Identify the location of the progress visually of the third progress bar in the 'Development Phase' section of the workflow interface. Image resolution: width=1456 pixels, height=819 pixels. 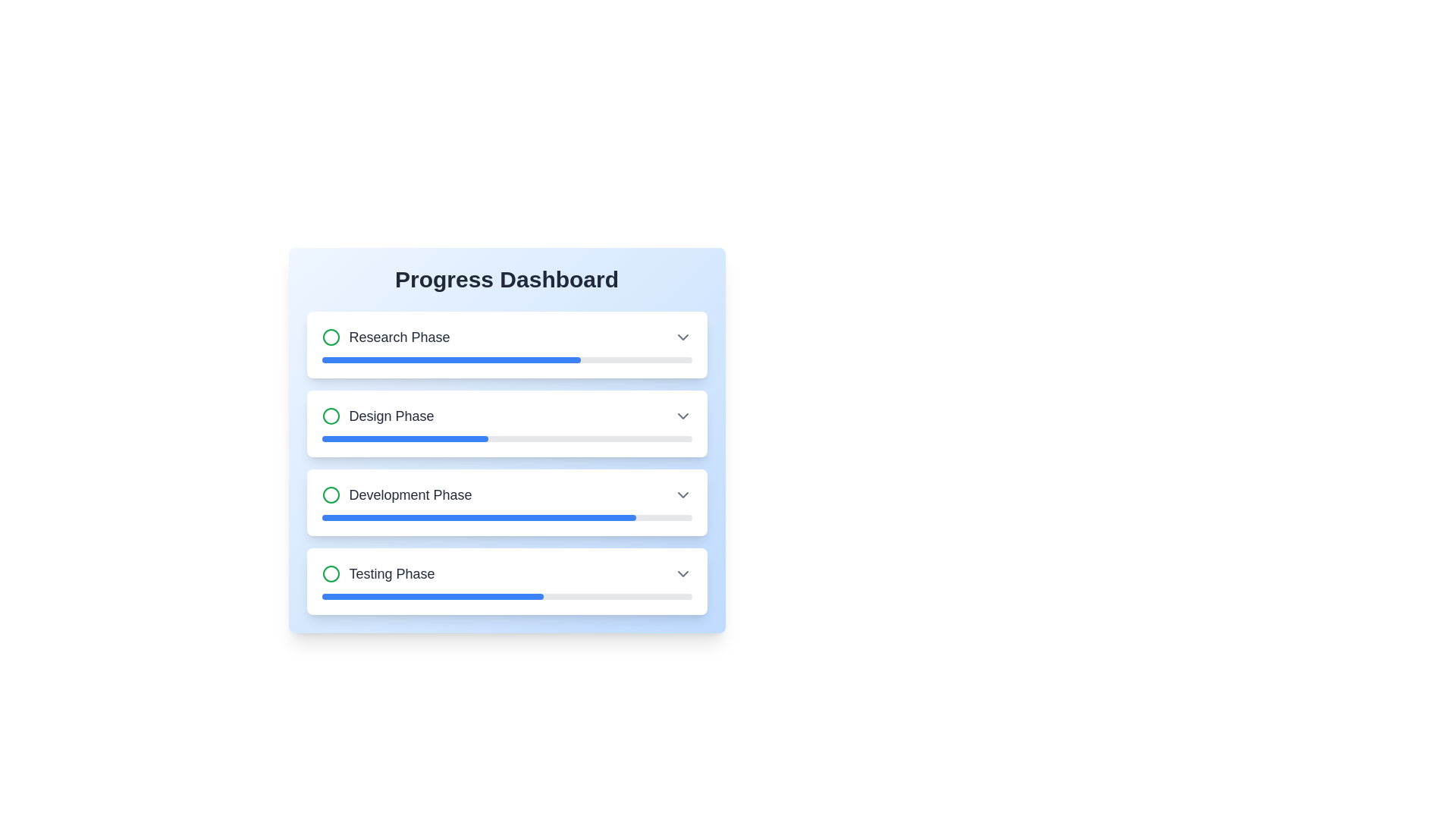
(478, 516).